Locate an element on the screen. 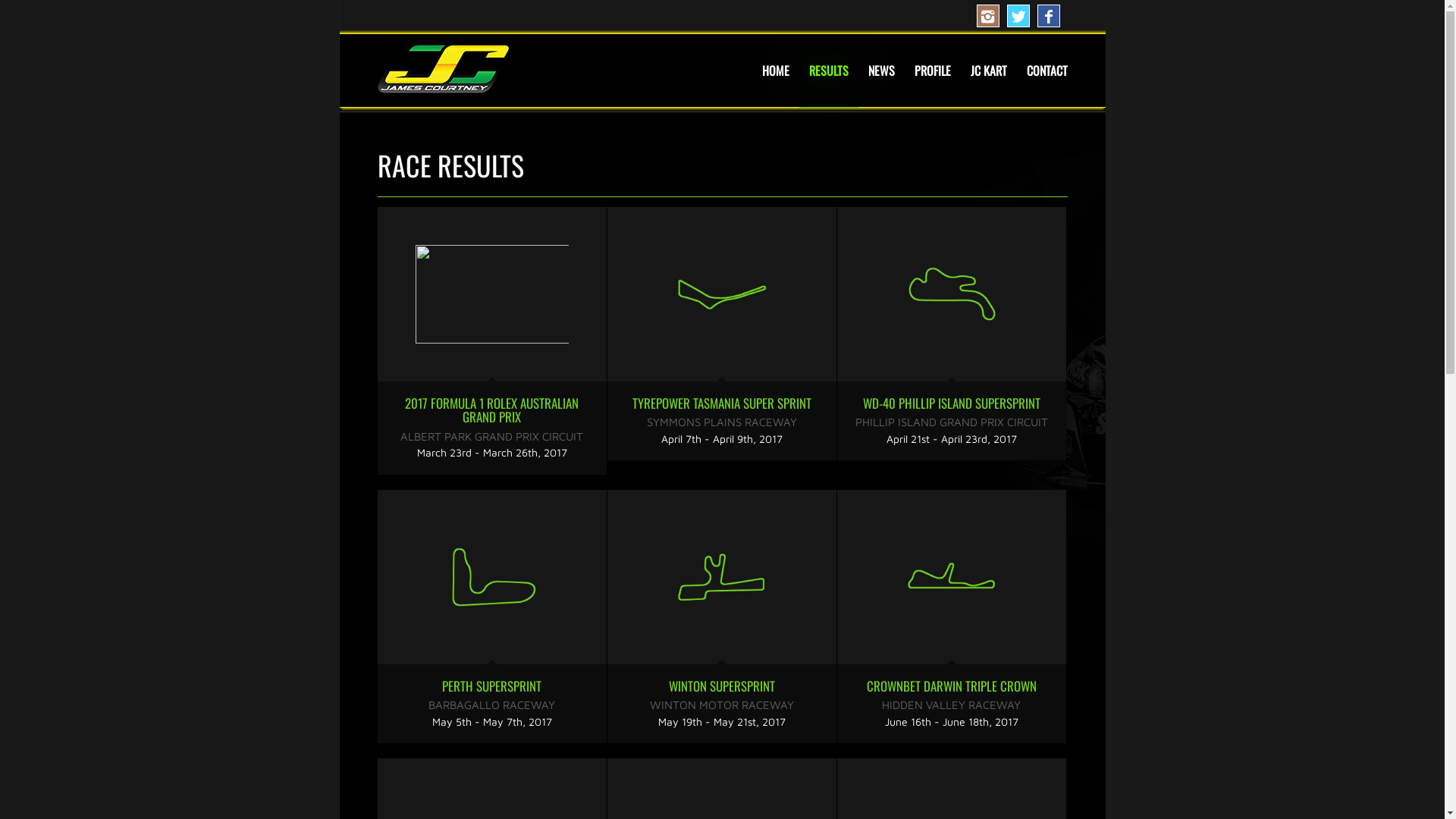  'RESULTS' is located at coordinates (828, 70).